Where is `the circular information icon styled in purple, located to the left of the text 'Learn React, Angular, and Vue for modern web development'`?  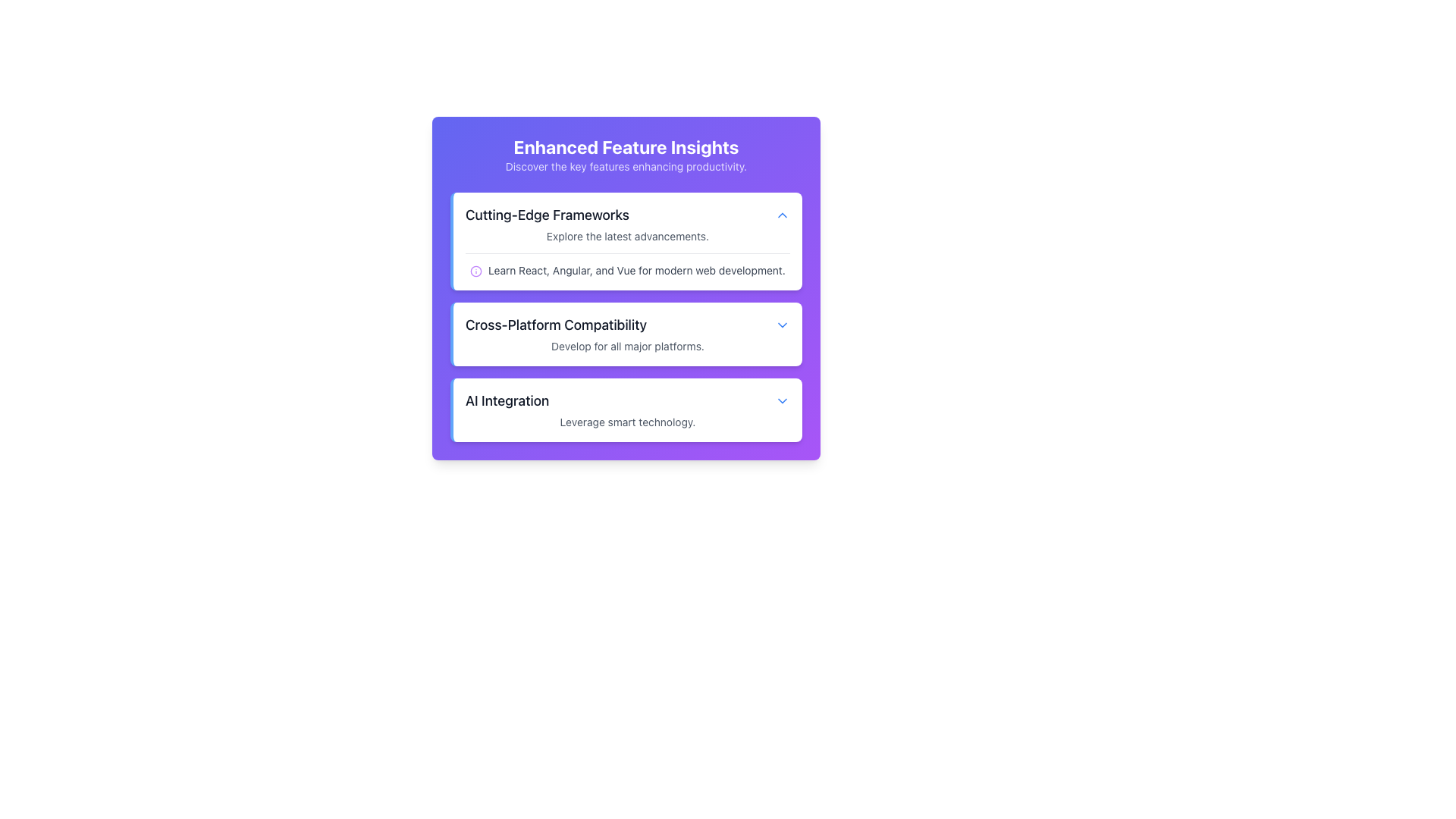
the circular information icon styled in purple, located to the left of the text 'Learn React, Angular, and Vue for modern web development' is located at coordinates (475, 271).